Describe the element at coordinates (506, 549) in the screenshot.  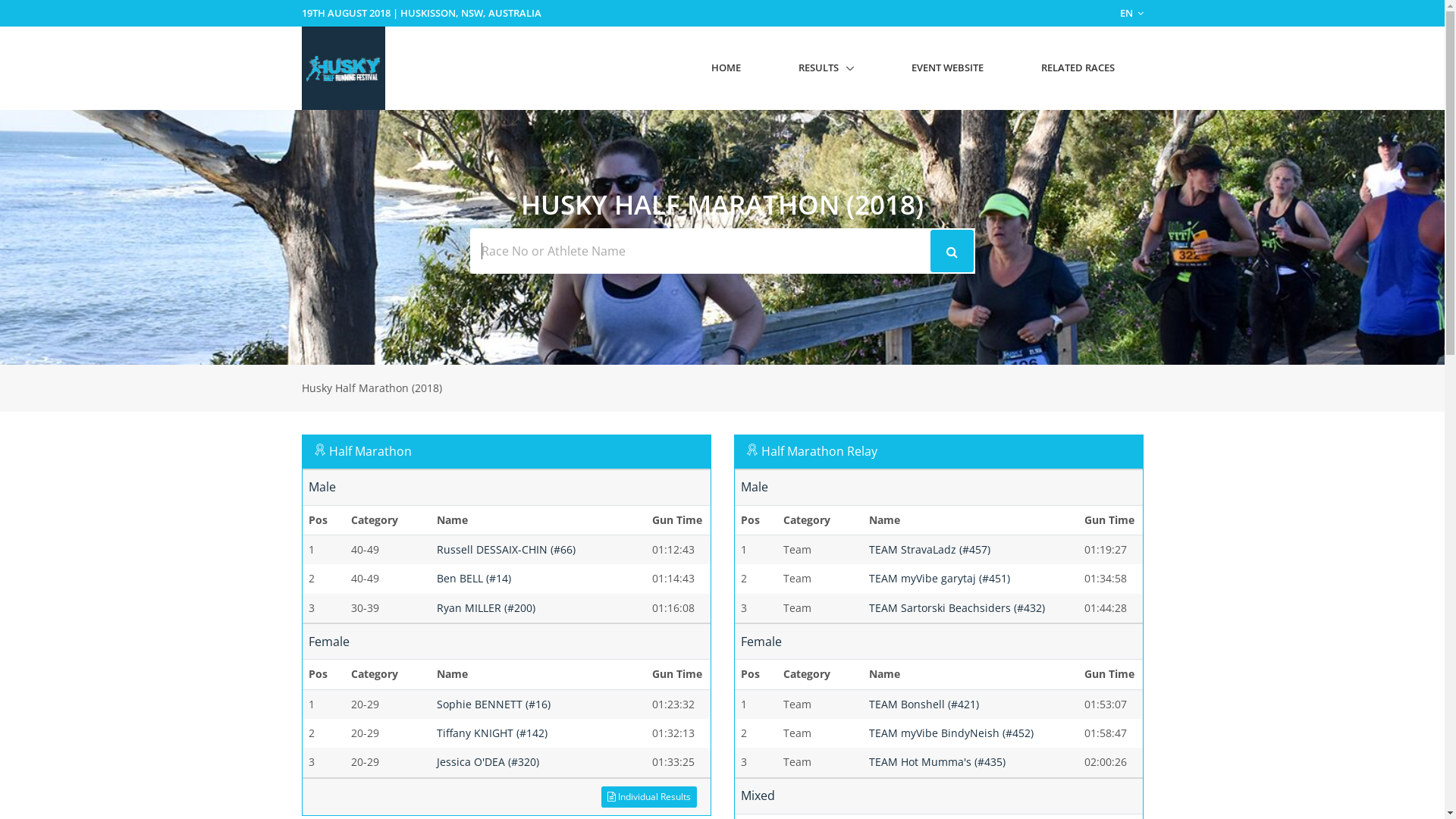
I see `'Russell DESSAIX-CHIN (#66)'` at that location.